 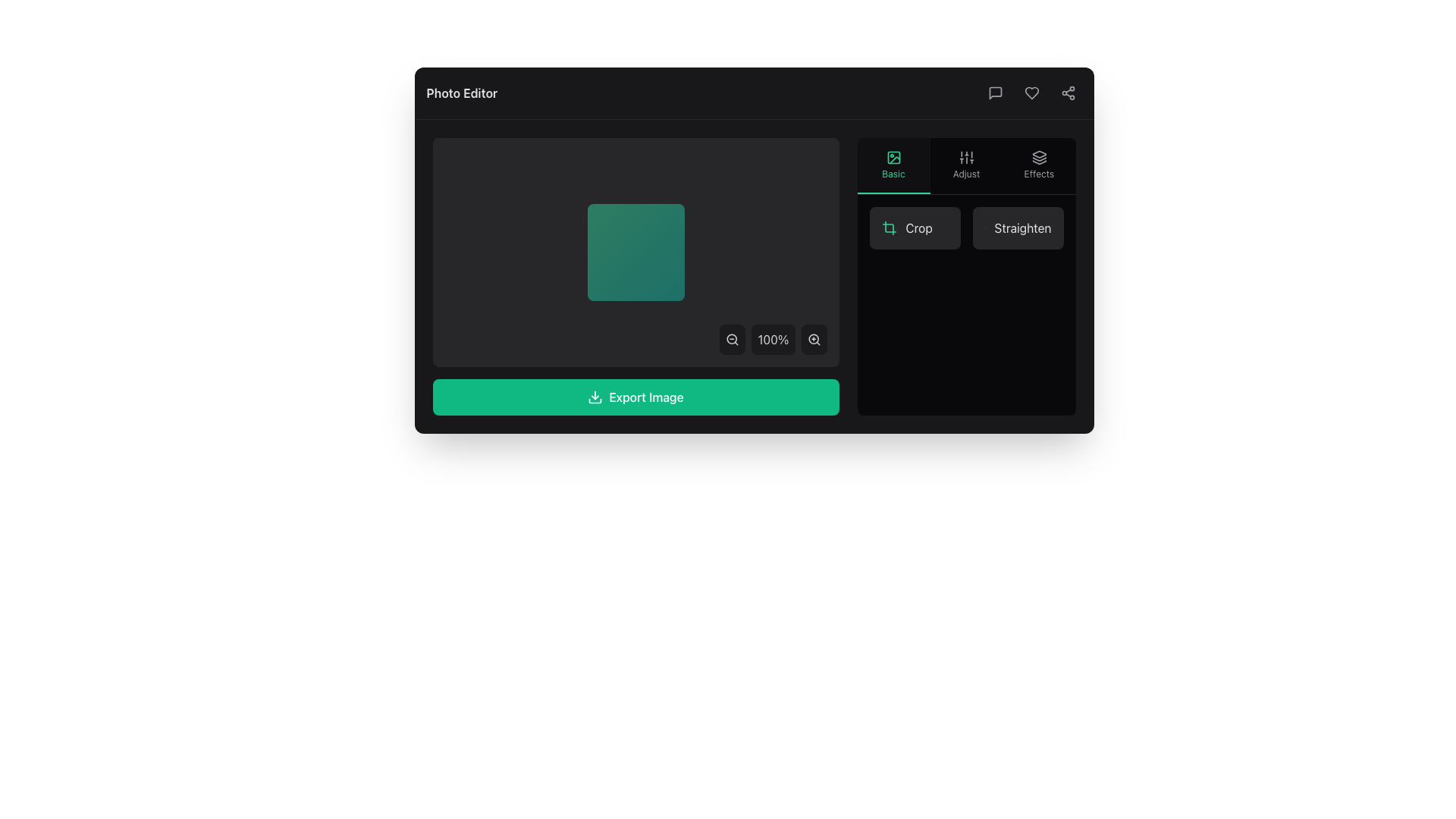 What do you see at coordinates (918, 227) in the screenshot?
I see `label text 'Crop' styled in light gray color, part of a compact button structure in the 'Basic' category of the right toolbar` at bounding box center [918, 227].